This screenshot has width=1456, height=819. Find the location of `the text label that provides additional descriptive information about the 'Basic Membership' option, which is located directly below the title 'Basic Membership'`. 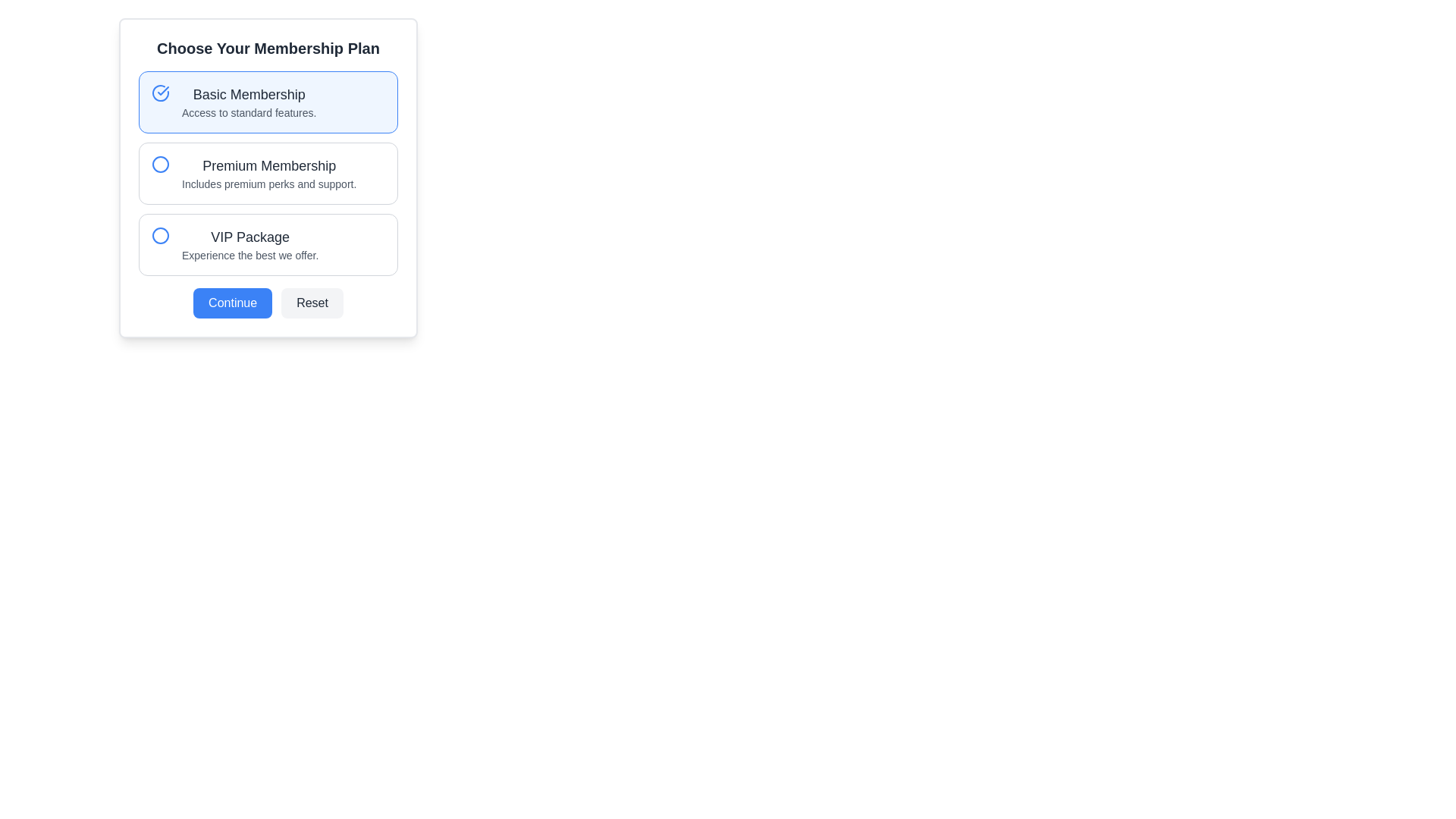

the text label that provides additional descriptive information about the 'Basic Membership' option, which is located directly below the title 'Basic Membership' is located at coordinates (249, 112).